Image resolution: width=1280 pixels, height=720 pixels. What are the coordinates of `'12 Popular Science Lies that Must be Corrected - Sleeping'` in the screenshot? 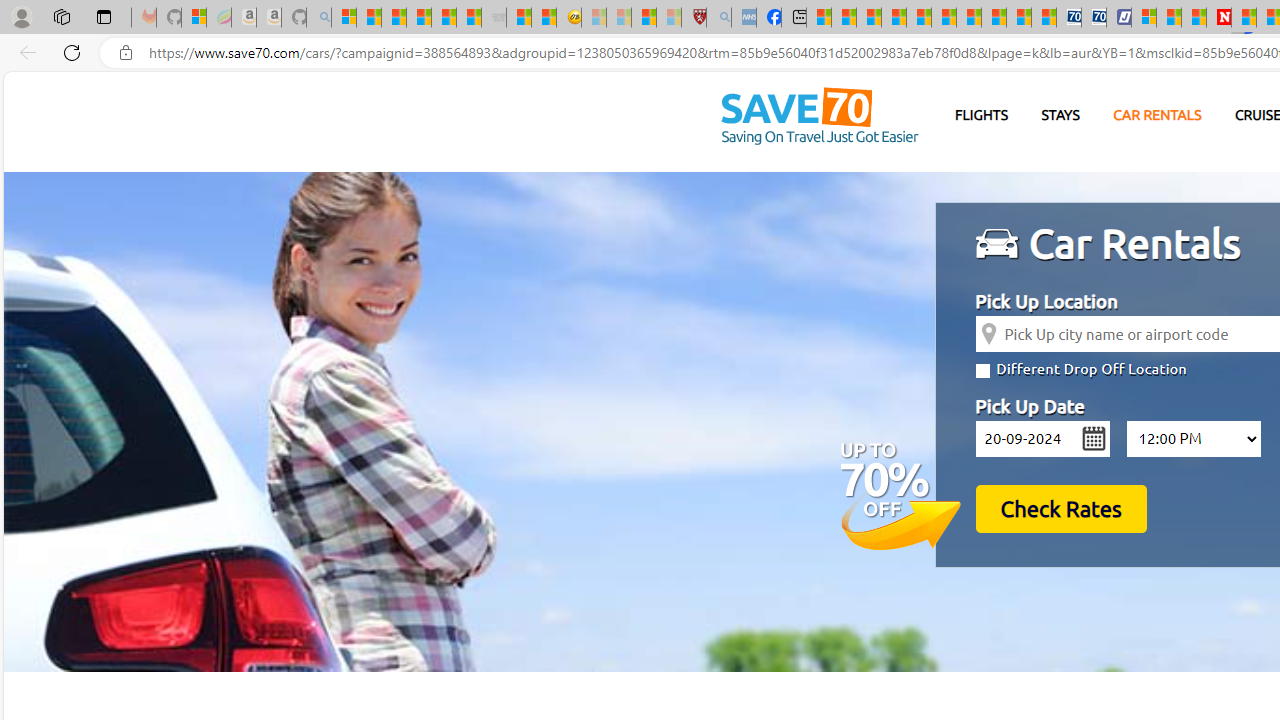 It's located at (668, 17).